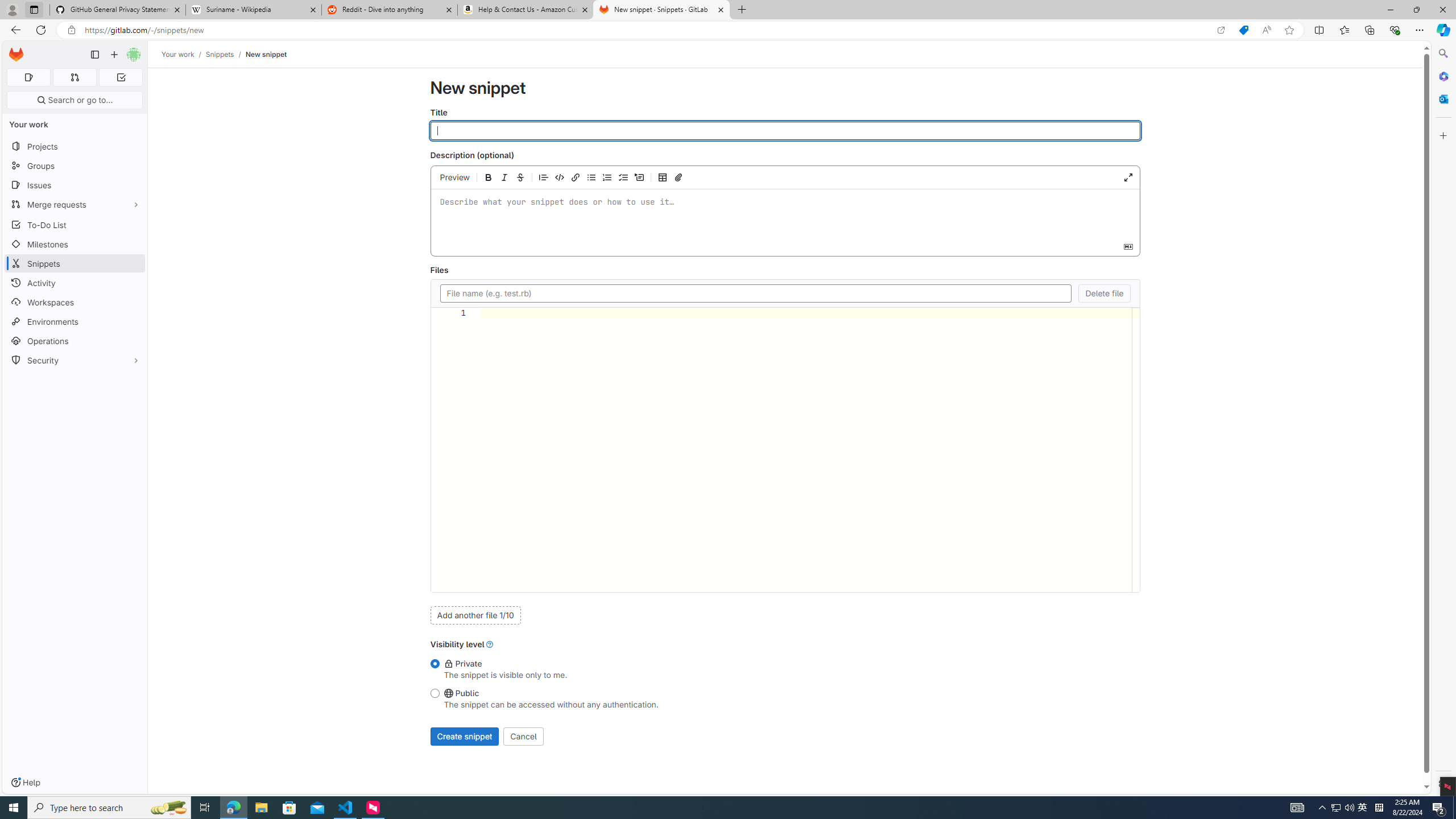  What do you see at coordinates (74, 340) in the screenshot?
I see `'Operations'` at bounding box center [74, 340].